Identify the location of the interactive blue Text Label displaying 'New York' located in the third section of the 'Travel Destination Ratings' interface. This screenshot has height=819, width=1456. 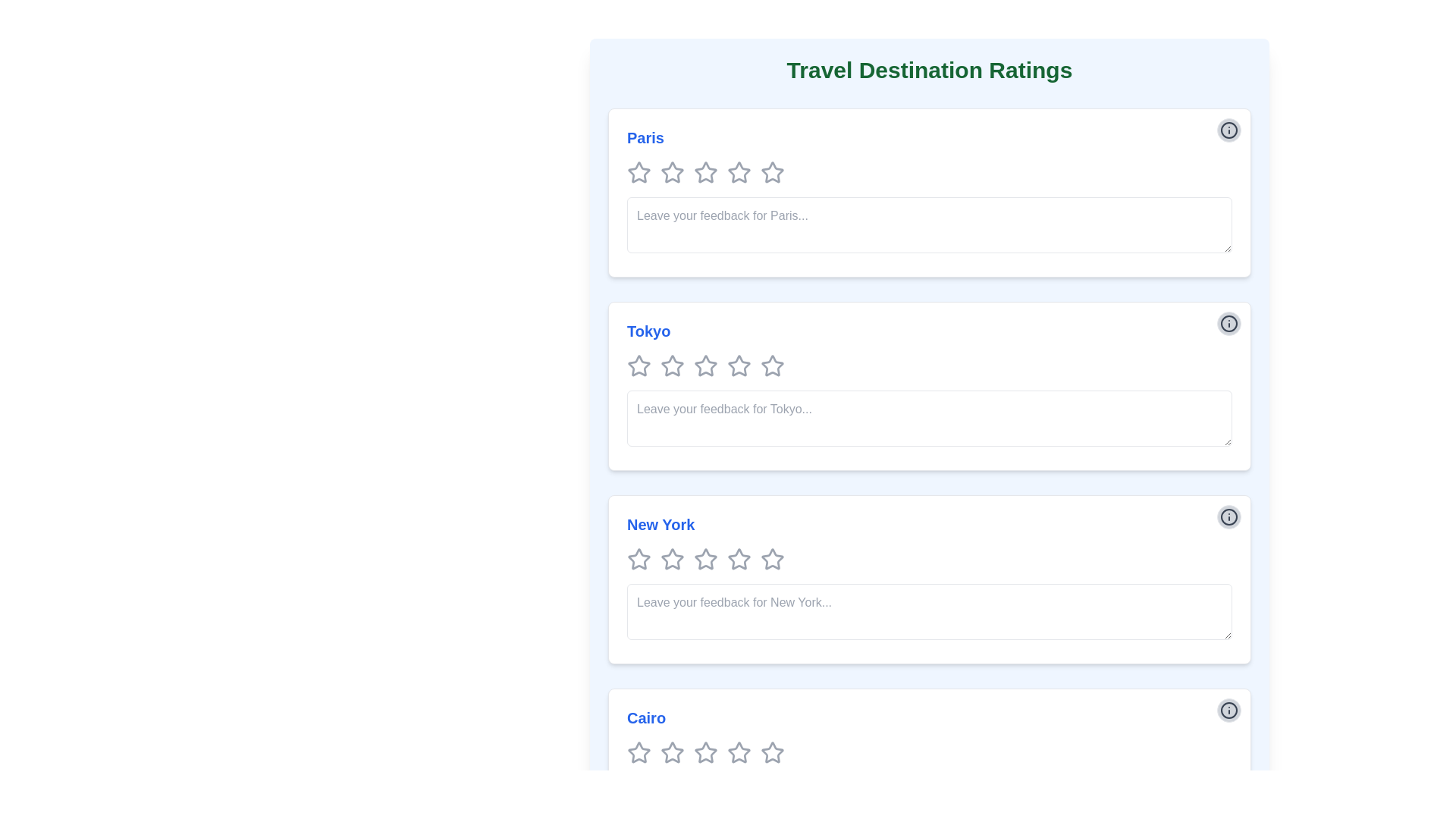
(661, 523).